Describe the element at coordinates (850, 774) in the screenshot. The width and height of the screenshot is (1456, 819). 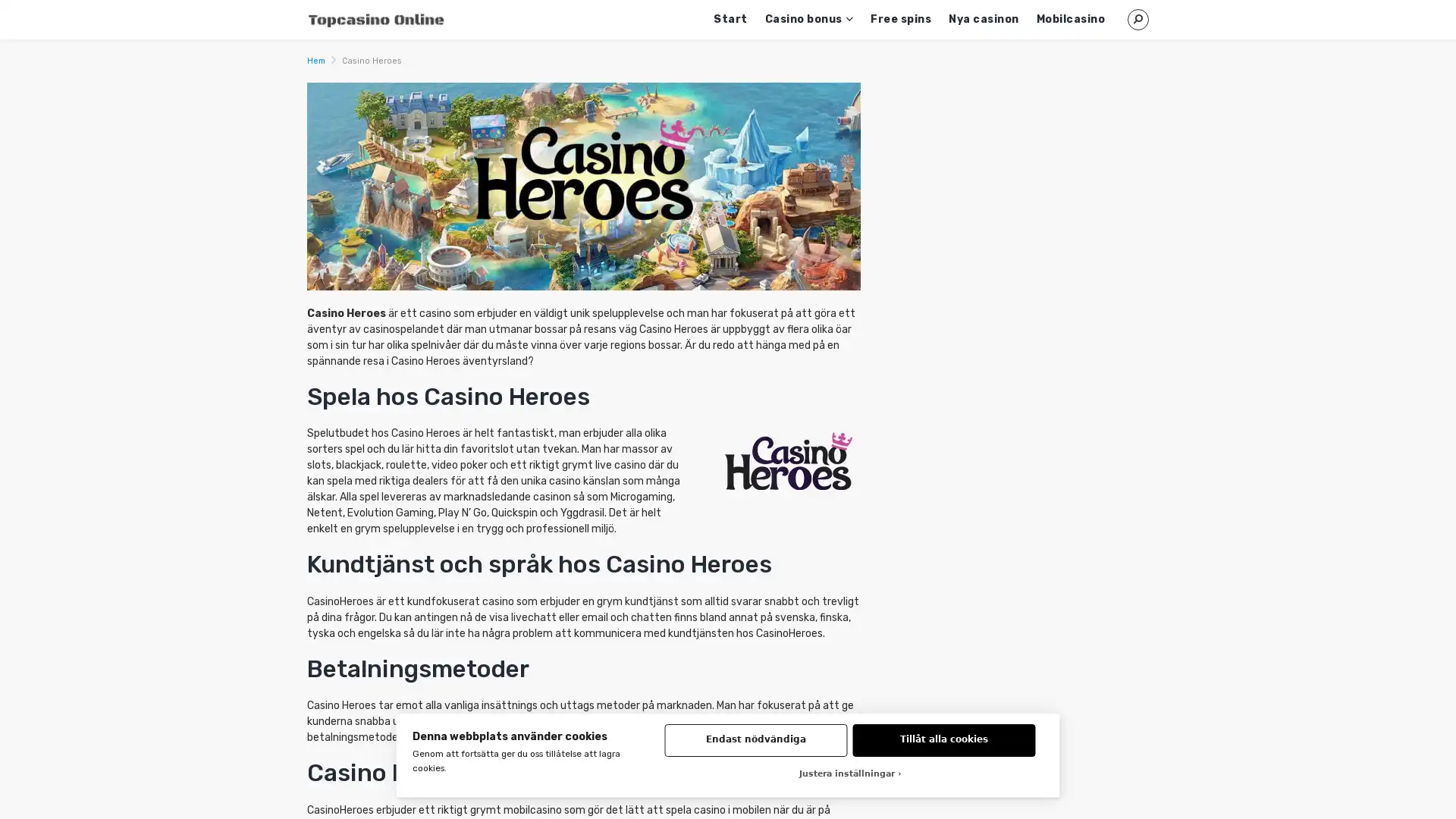
I see `Justera installningar` at that location.